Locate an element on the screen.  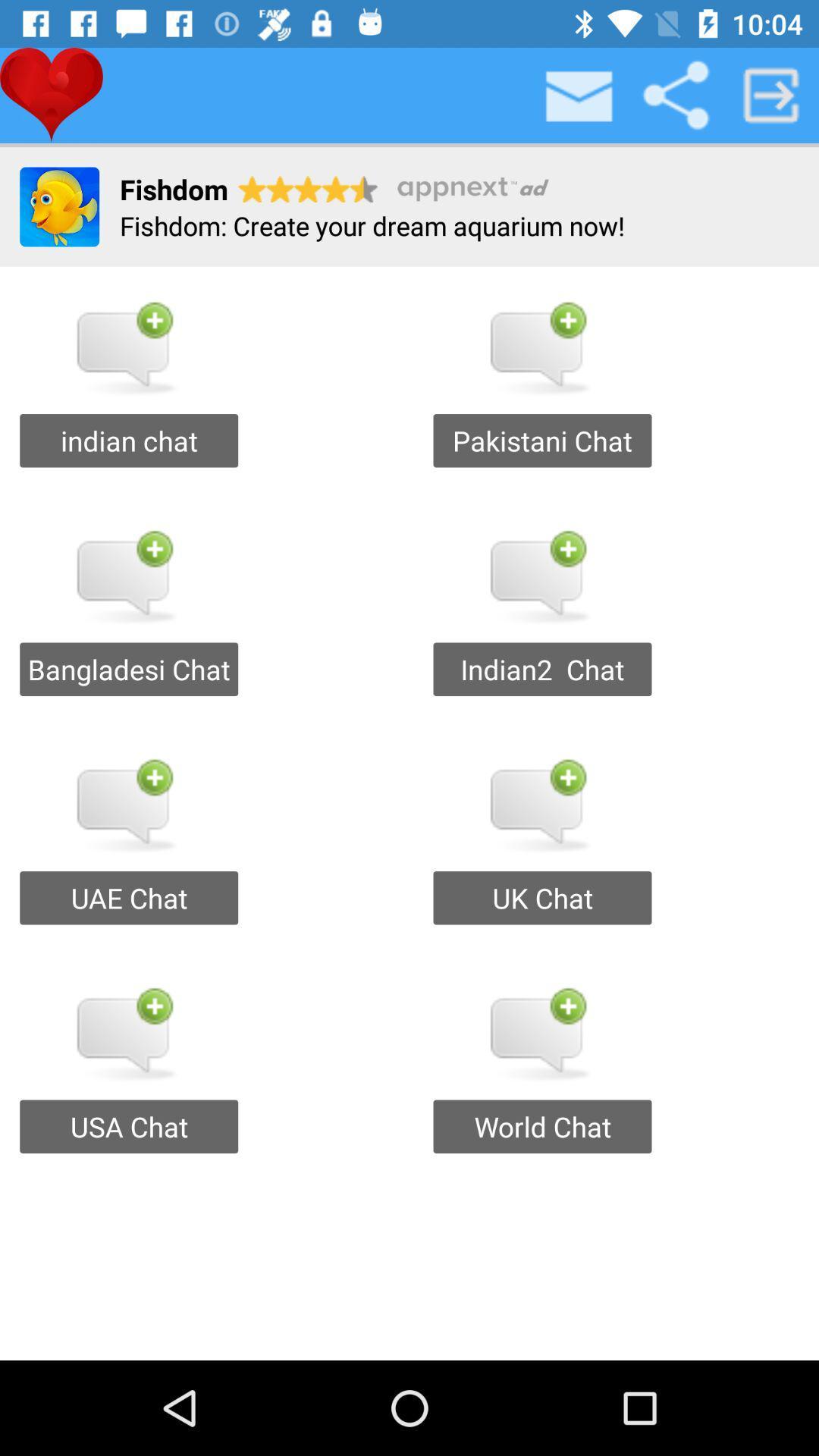
send to someone is located at coordinates (771, 94).